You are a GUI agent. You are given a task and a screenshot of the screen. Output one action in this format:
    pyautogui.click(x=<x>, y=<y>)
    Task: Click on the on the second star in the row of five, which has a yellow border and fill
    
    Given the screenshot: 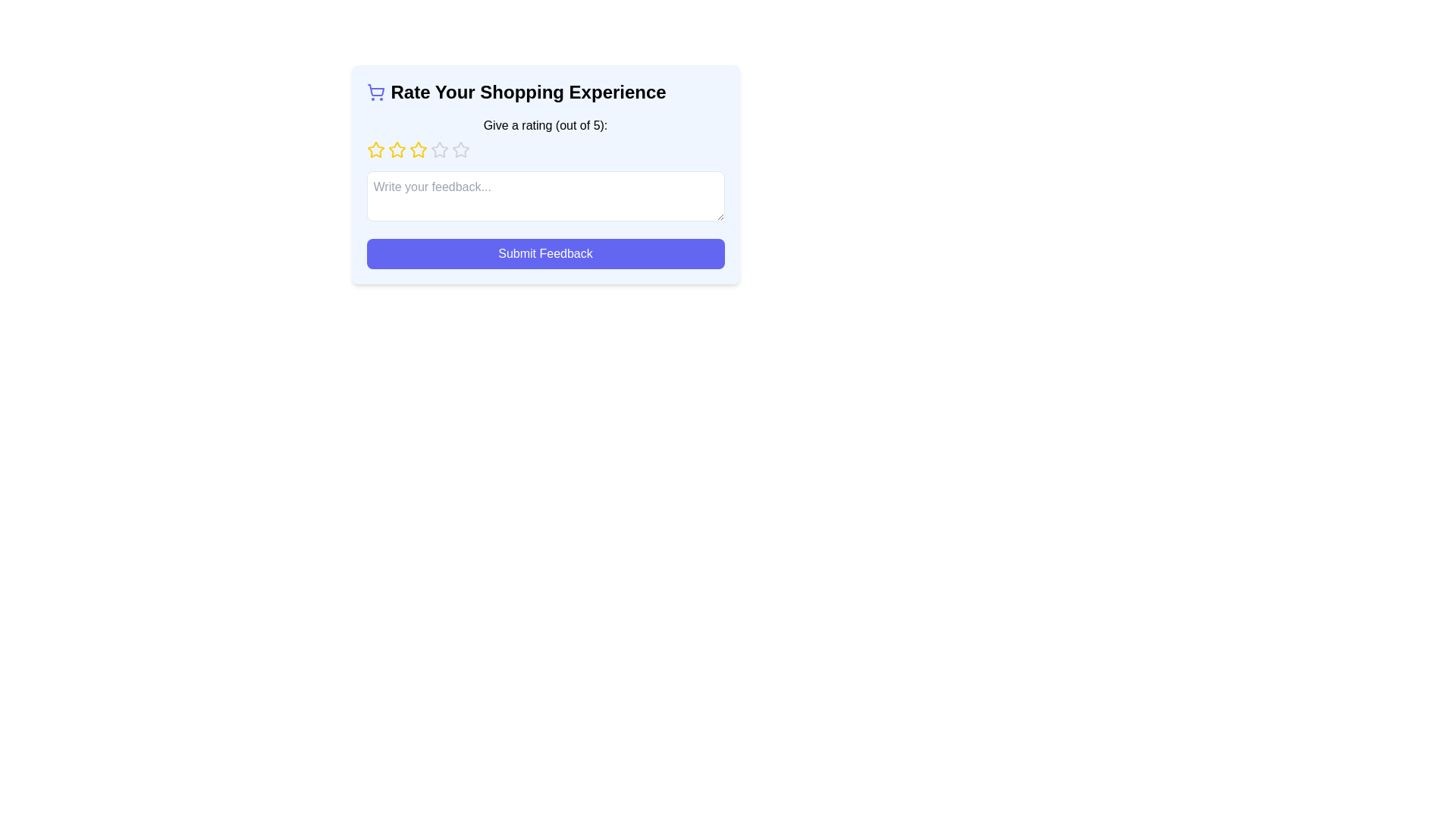 What is the action you would take?
    pyautogui.click(x=397, y=149)
    